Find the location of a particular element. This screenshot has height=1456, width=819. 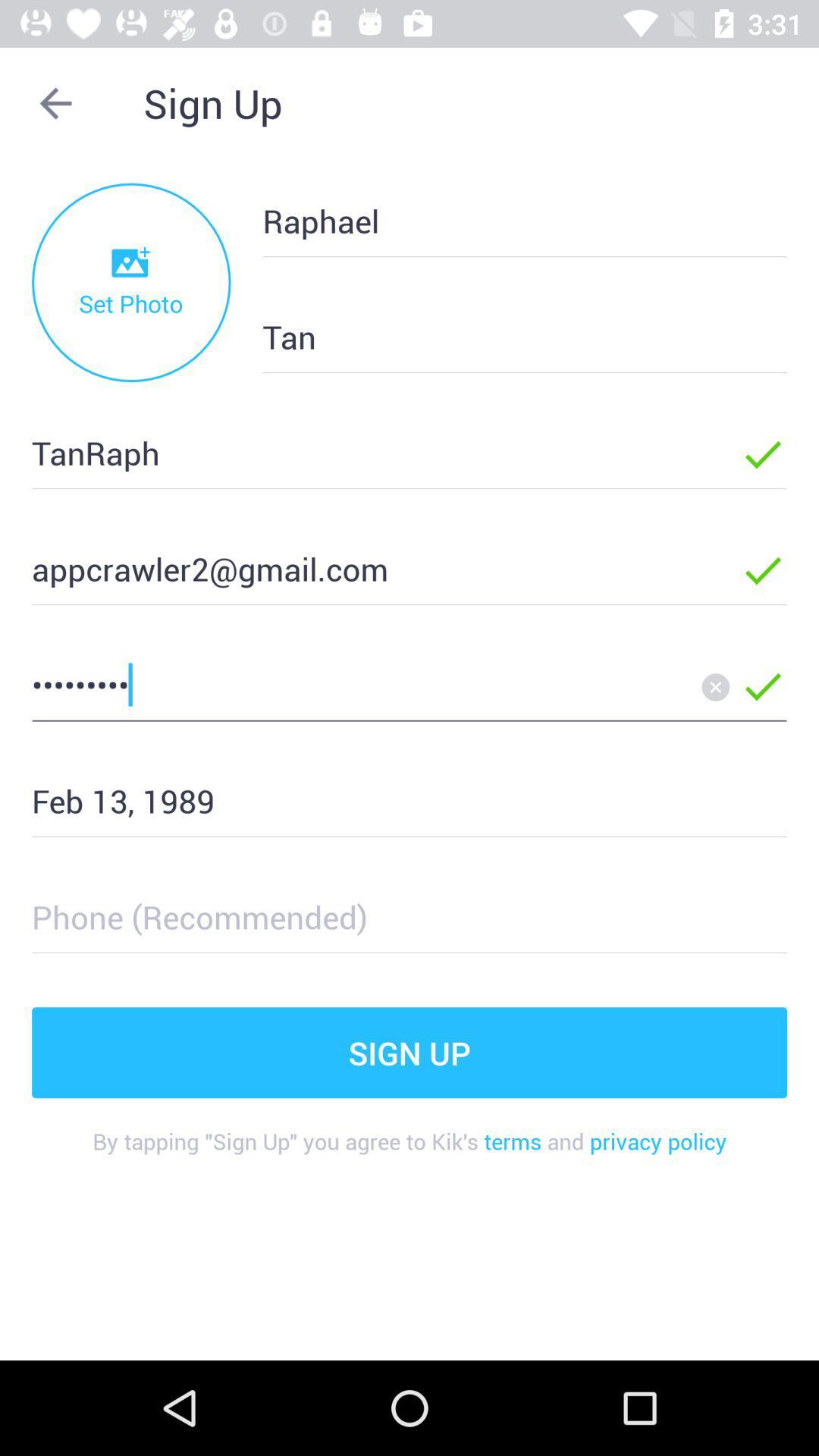

the crowd3116 item is located at coordinates (362, 683).